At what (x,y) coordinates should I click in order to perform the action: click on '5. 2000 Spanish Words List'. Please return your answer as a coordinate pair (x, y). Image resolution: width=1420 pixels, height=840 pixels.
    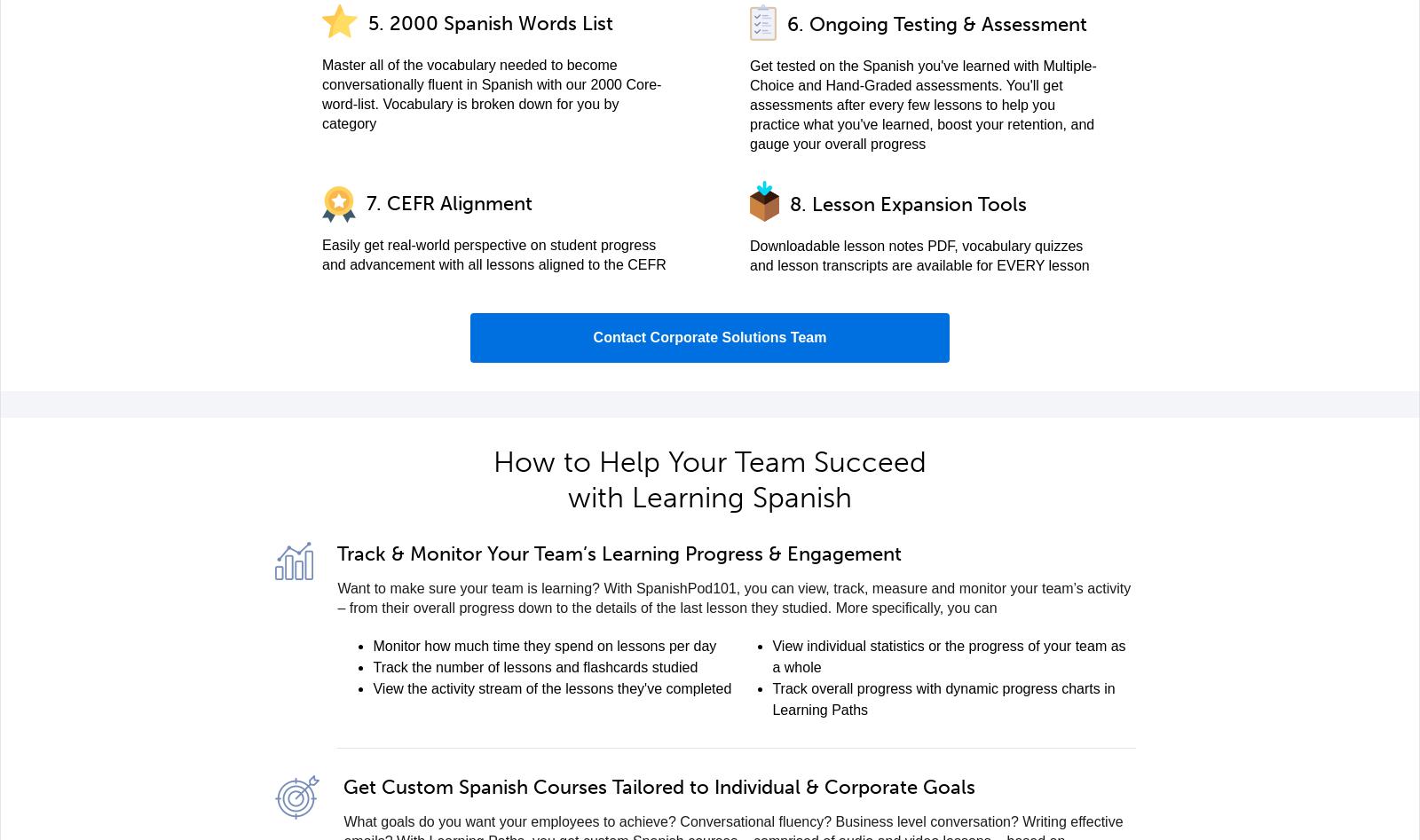
    Looking at the image, I should click on (489, 23).